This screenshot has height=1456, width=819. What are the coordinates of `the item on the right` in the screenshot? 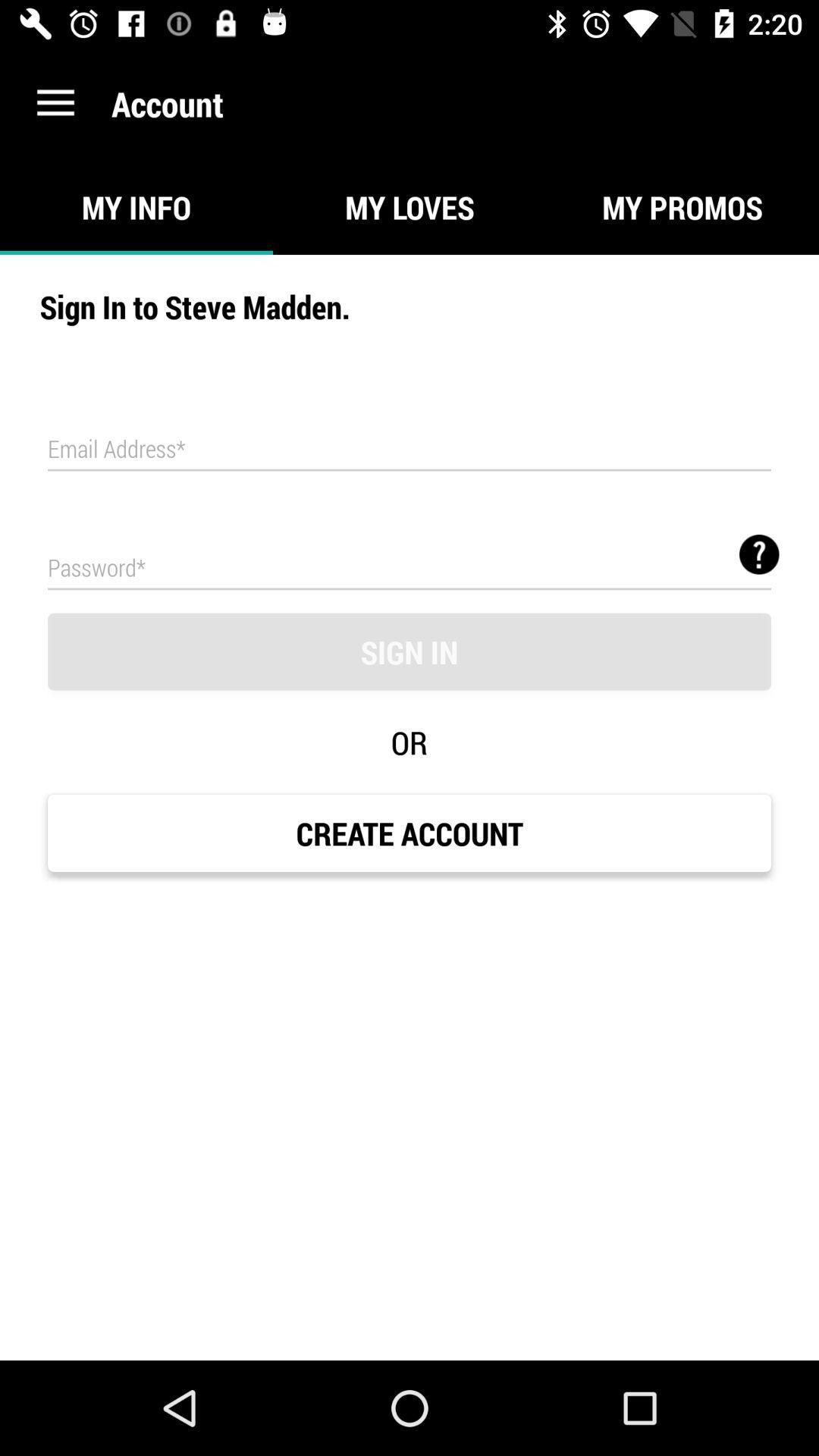 It's located at (759, 554).